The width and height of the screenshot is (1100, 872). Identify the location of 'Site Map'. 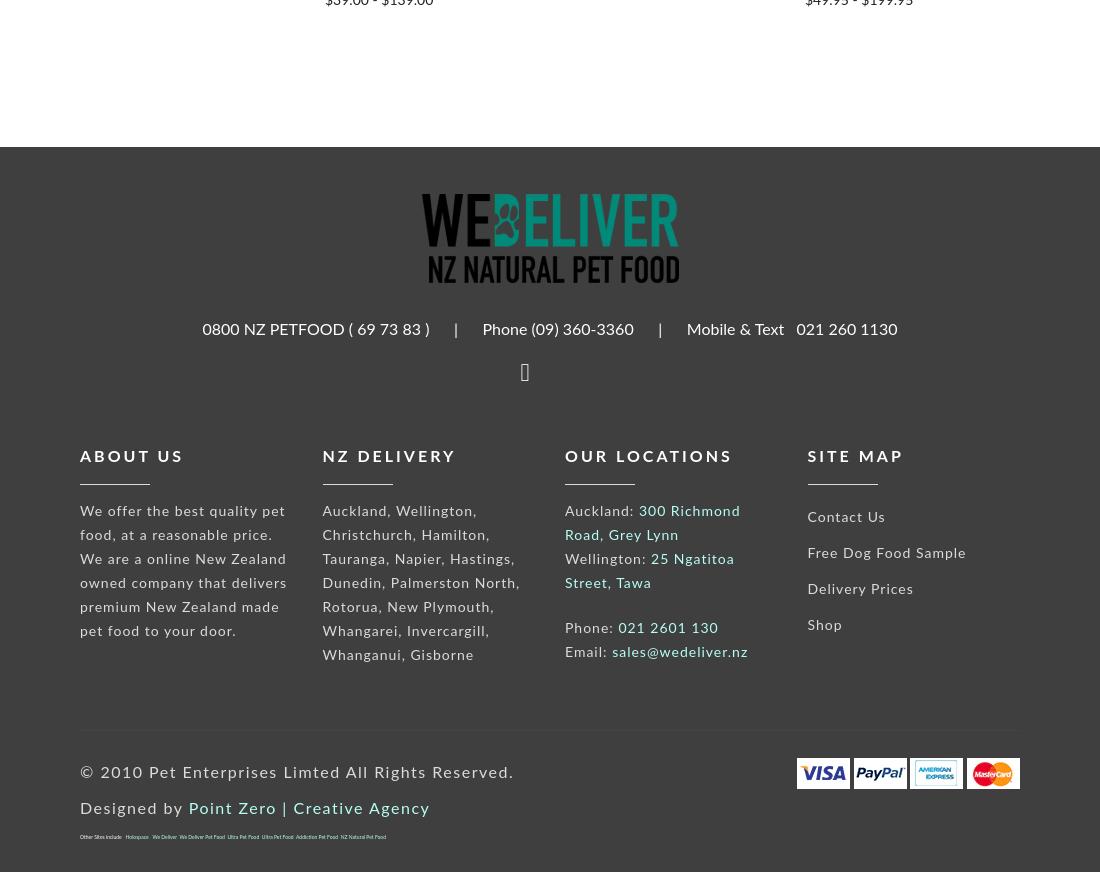
(806, 456).